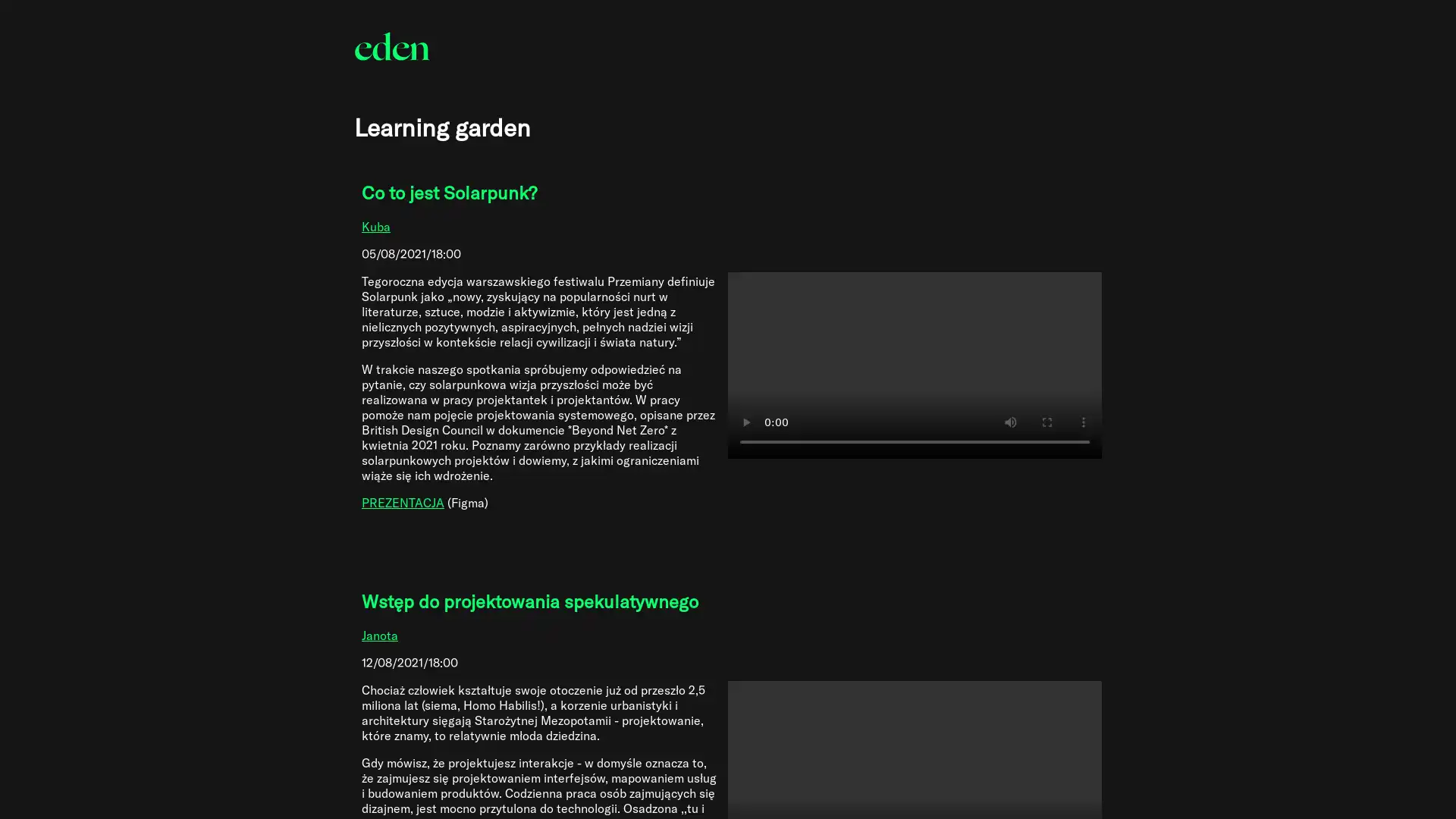  I want to click on enter full screen, so click(1046, 422).